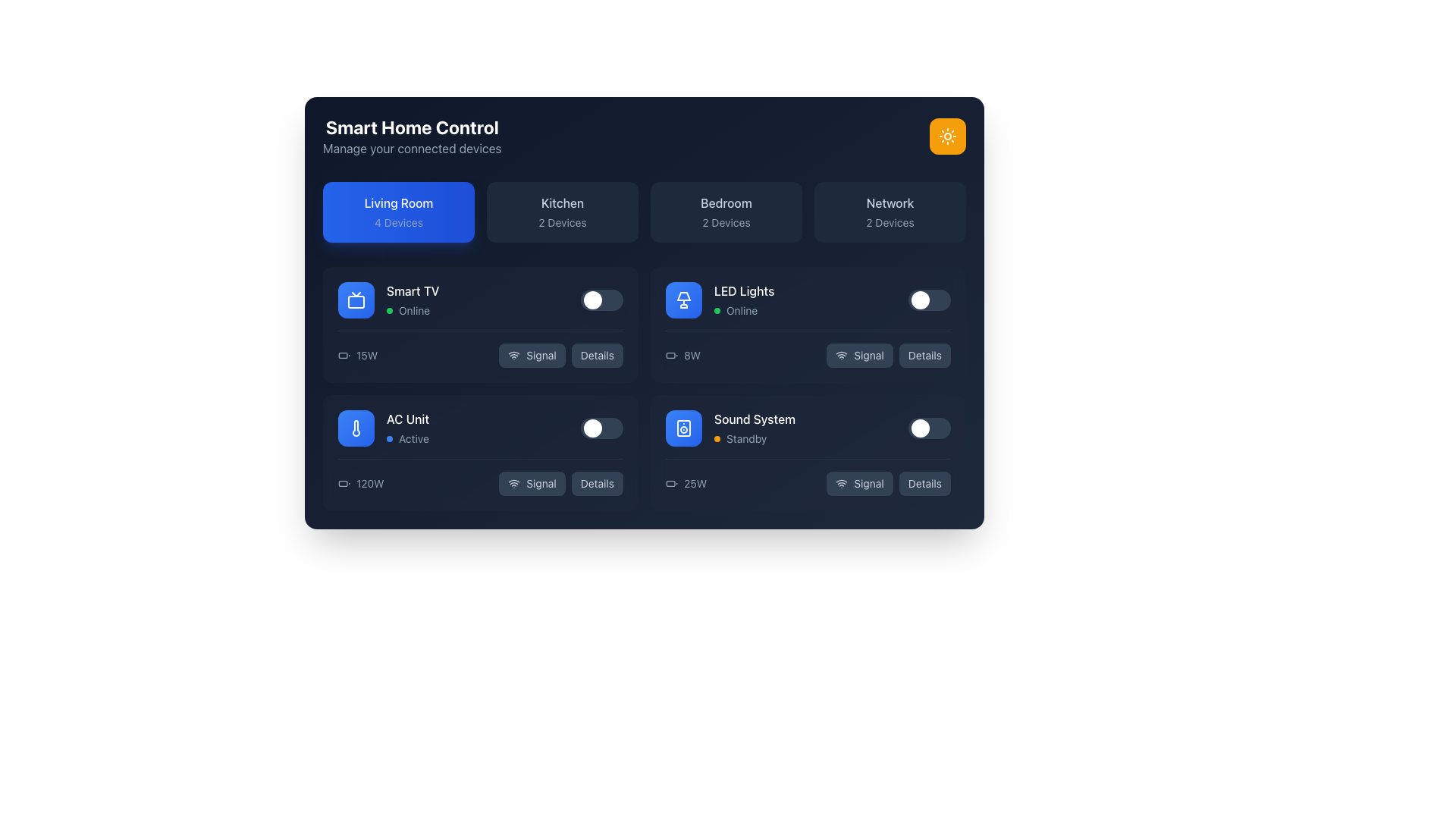 The image size is (1456, 819). What do you see at coordinates (356, 300) in the screenshot?
I see `the rounded rectangular icon with a gradient from blue to lighter blue, featuring a white television icon, located in the 'Living Room' section under the 'Smart TV' device card` at bounding box center [356, 300].